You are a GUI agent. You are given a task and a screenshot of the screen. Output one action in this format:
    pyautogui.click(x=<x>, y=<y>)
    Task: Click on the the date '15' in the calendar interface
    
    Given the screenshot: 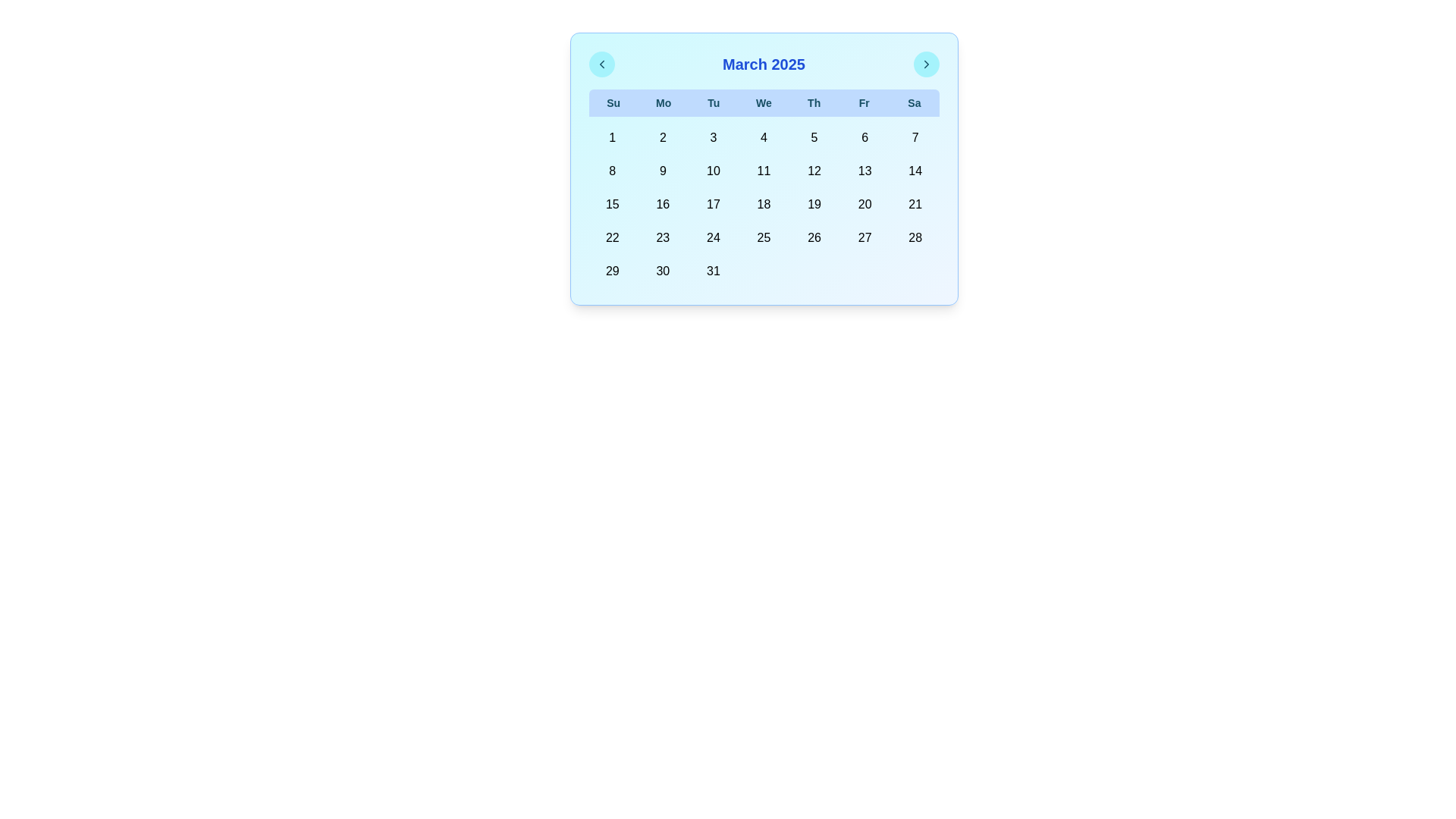 What is the action you would take?
    pyautogui.click(x=612, y=205)
    